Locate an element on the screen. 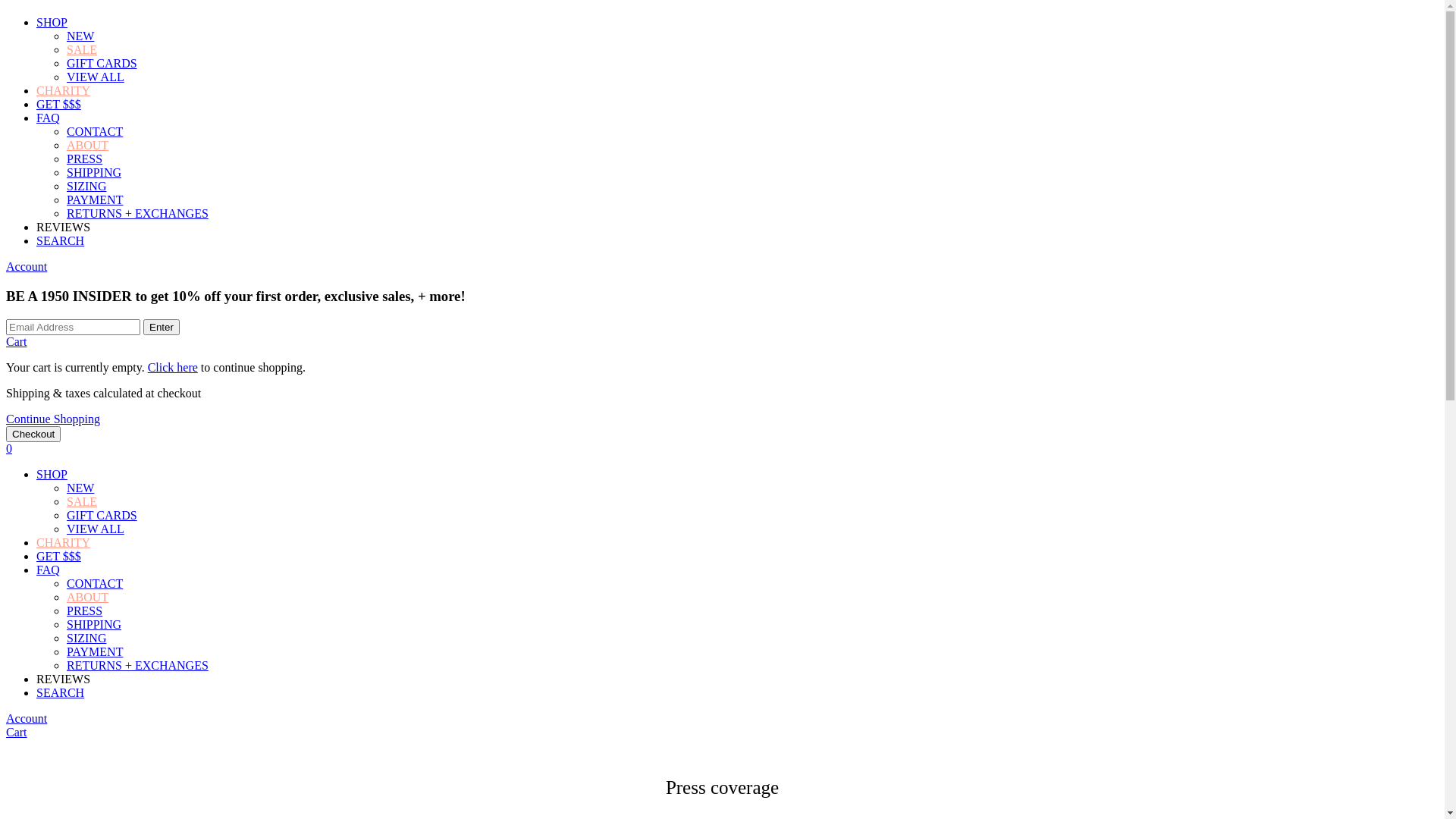  'Account' is located at coordinates (26, 717).